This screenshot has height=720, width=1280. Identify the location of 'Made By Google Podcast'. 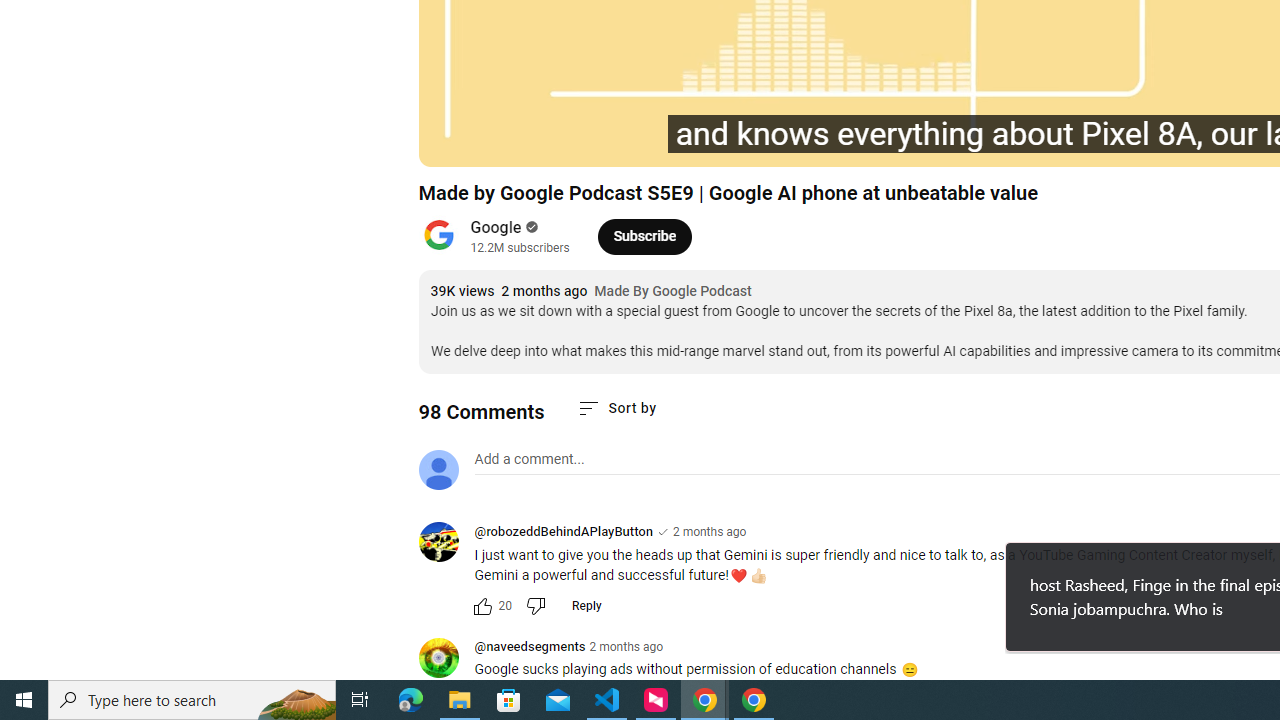
(673, 291).